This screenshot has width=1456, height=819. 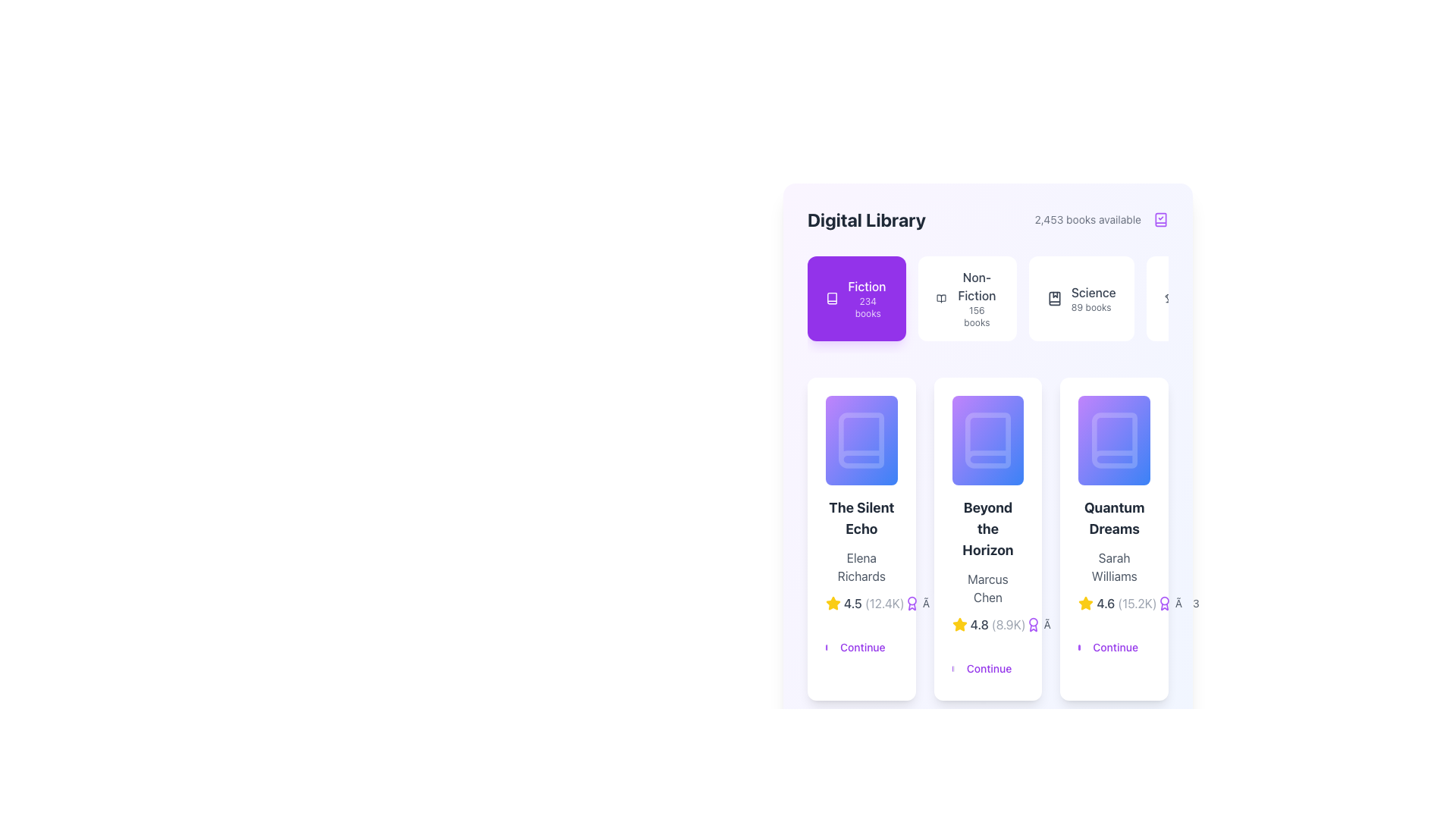 I want to click on the small gray Text label containing the text 'Ã÷1', which is the last item in the group of book details, so click(x=1045, y=625).